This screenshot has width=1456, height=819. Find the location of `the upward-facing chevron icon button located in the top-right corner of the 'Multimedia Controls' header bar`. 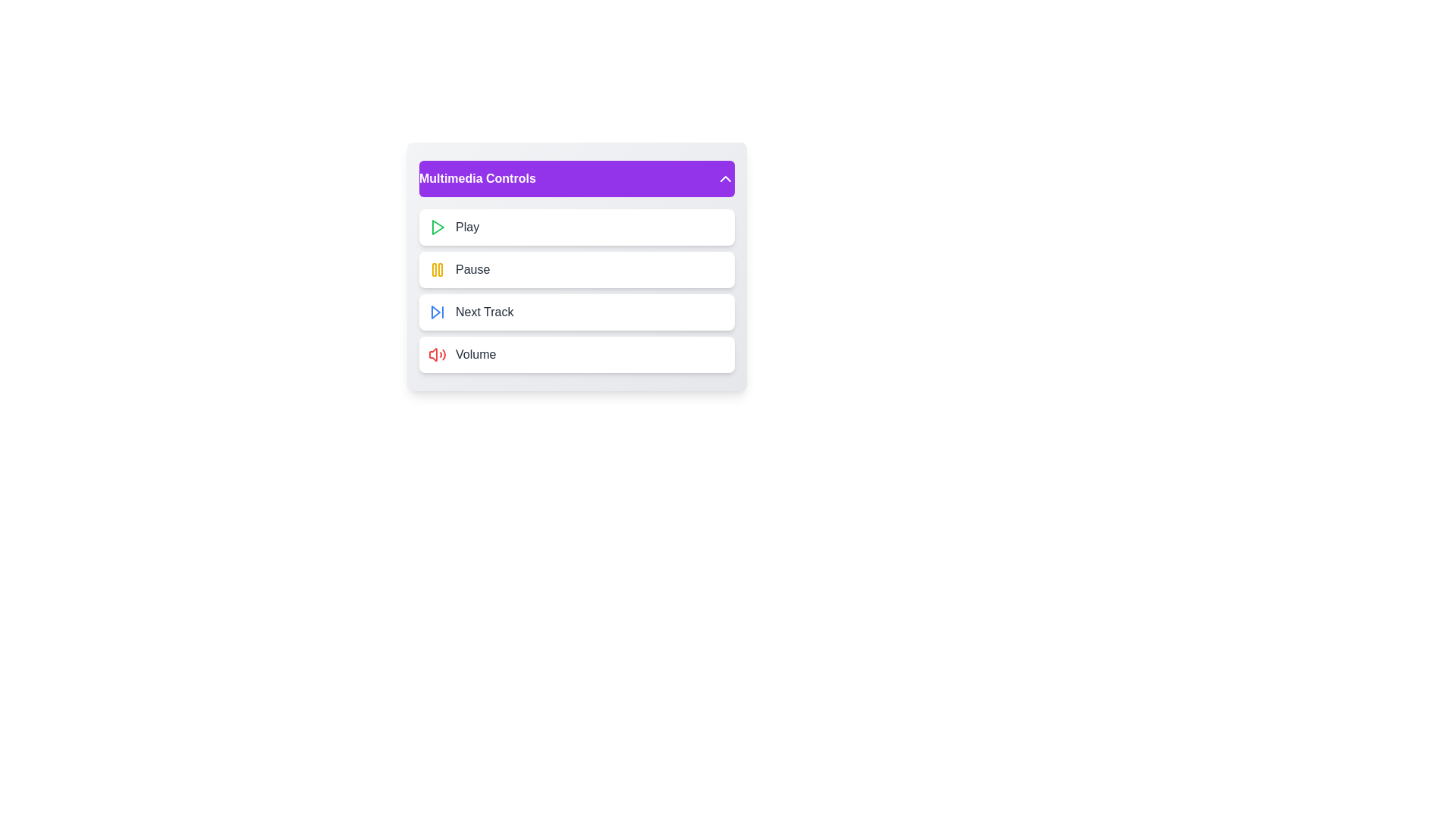

the upward-facing chevron icon button located in the top-right corner of the 'Multimedia Controls' header bar is located at coordinates (724, 177).